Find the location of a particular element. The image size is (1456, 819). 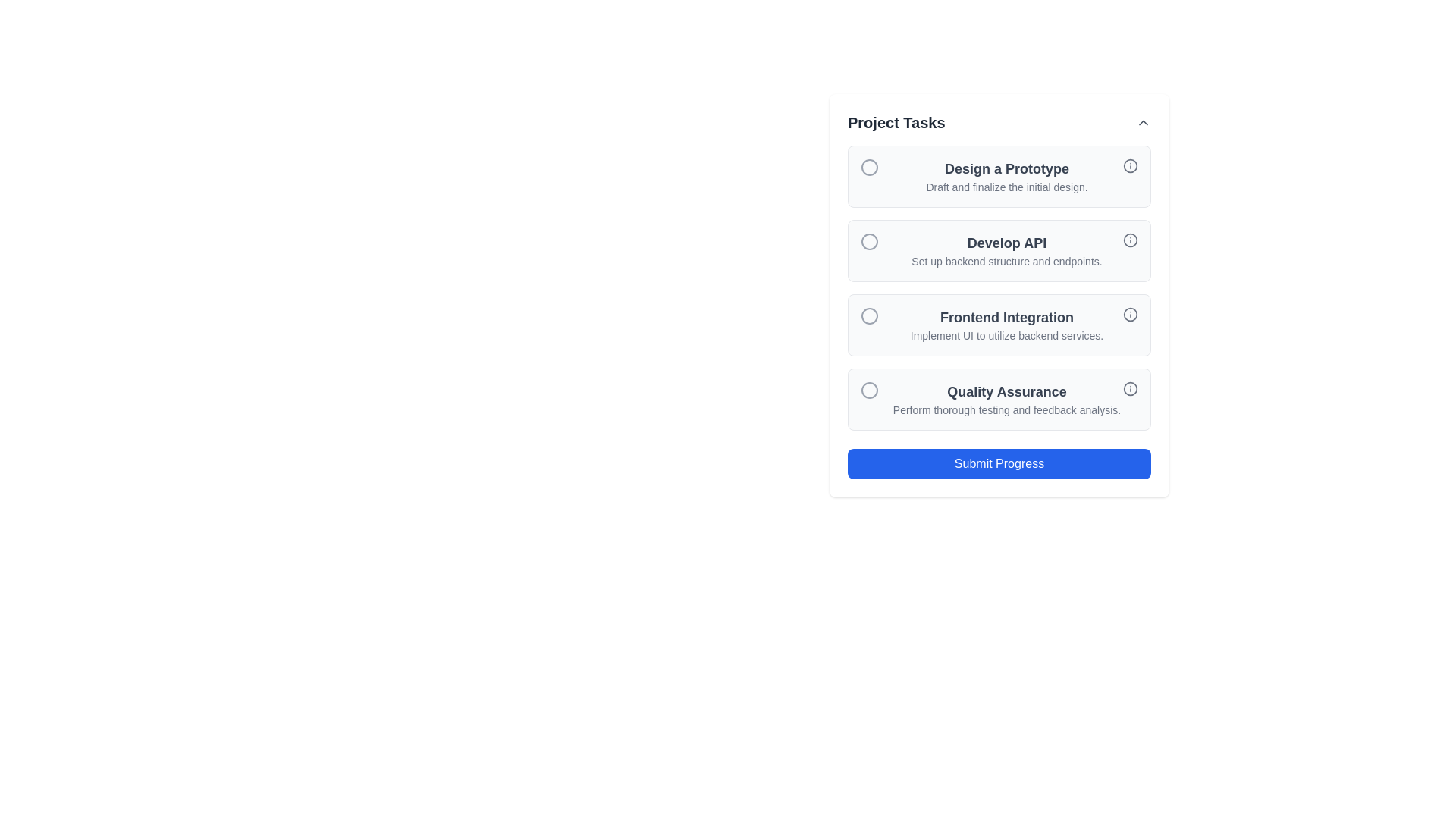

the circular informational icon with a gray 'i' character inside it, located on the right side of the 'Quality Assurance' section is located at coordinates (1131, 388).